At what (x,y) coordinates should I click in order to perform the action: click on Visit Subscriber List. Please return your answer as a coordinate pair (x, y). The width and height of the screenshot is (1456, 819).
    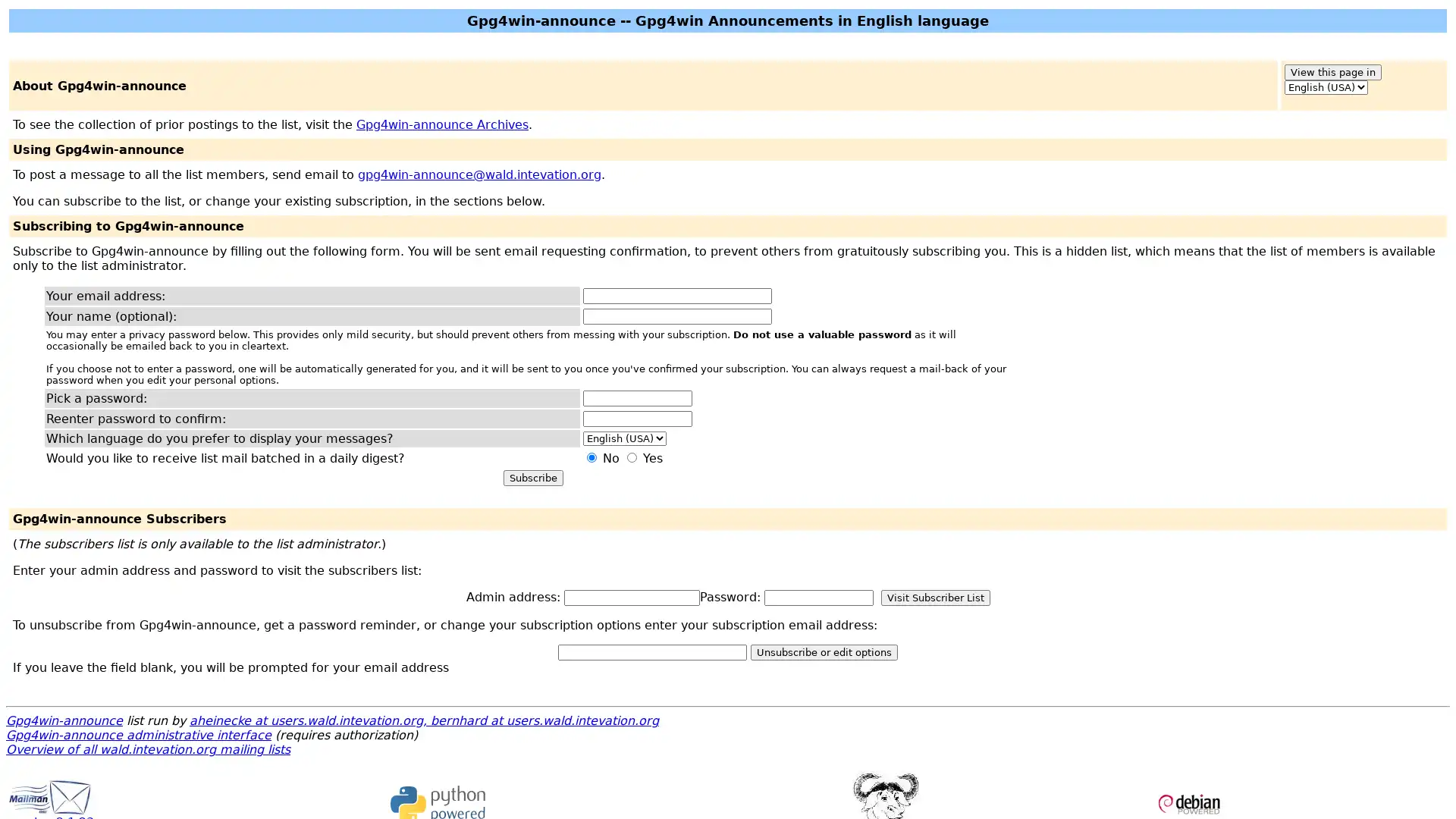
    Looking at the image, I should click on (934, 597).